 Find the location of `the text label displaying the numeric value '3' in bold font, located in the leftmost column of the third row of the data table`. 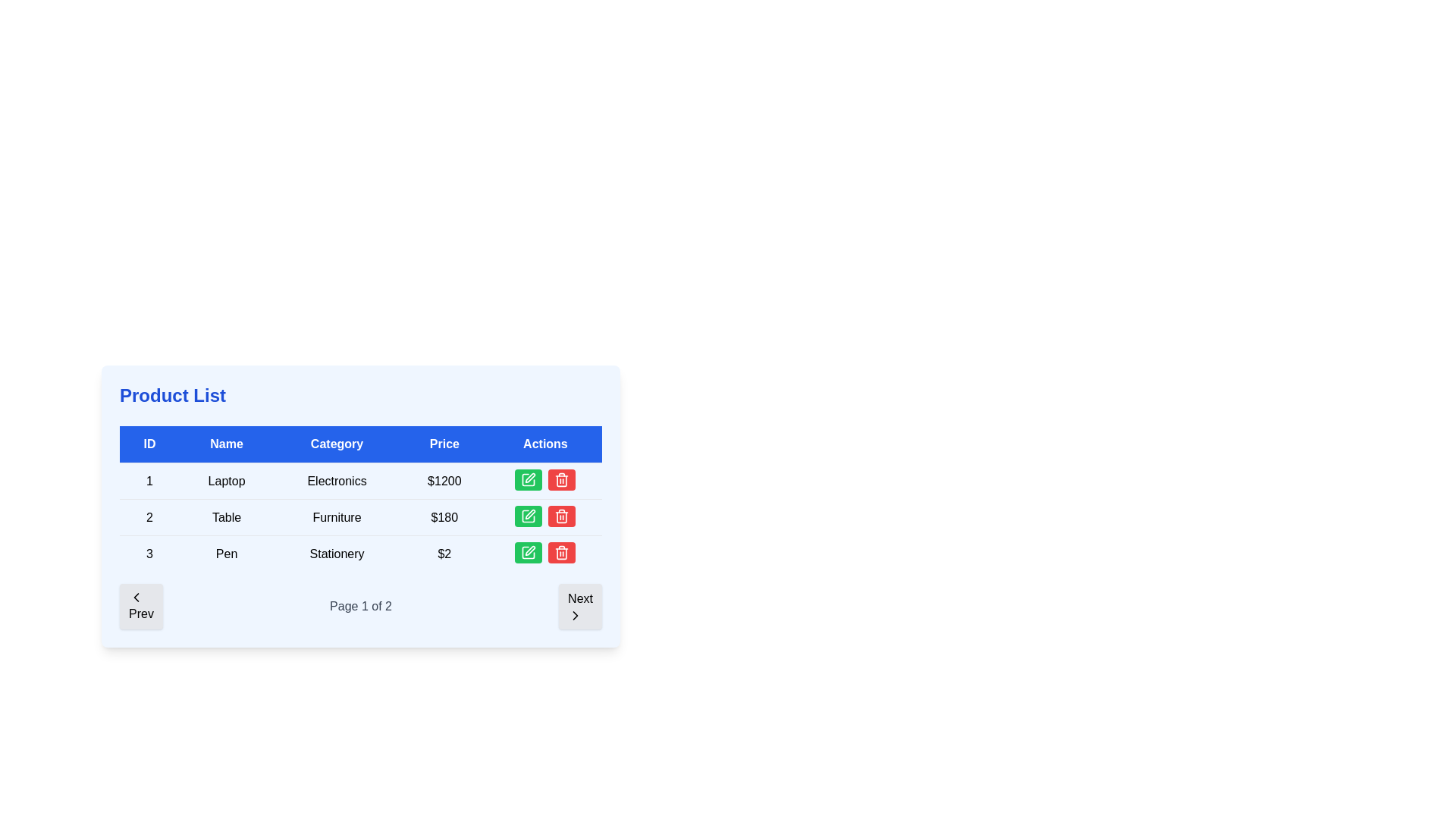

the text label displaying the numeric value '3' in bold font, located in the leftmost column of the third row of the data table is located at coordinates (149, 554).